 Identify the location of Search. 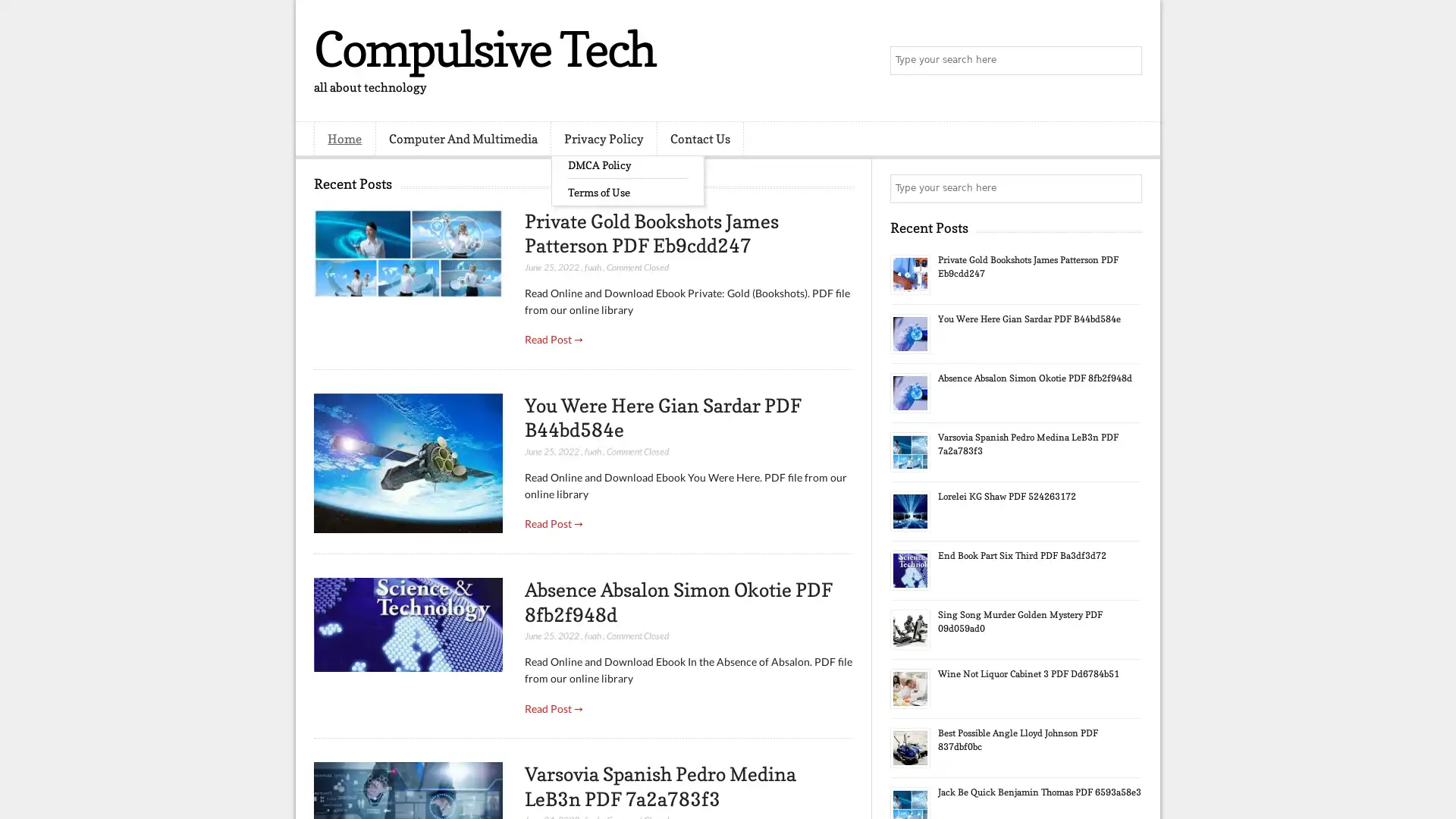
(1126, 188).